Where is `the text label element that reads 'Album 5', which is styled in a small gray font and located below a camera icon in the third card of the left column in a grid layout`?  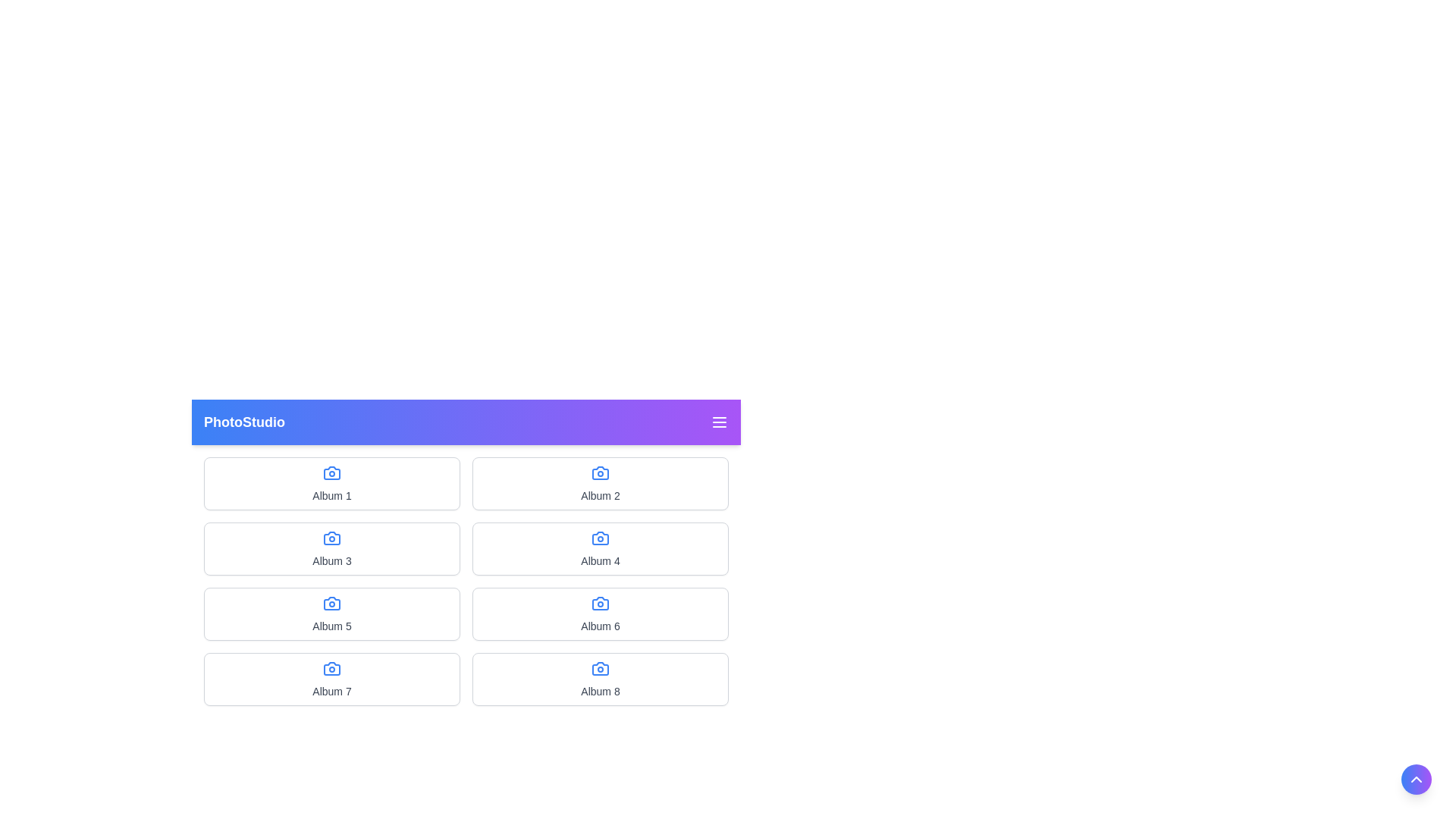 the text label element that reads 'Album 5', which is styled in a small gray font and located below a camera icon in the third card of the left column in a grid layout is located at coordinates (331, 626).